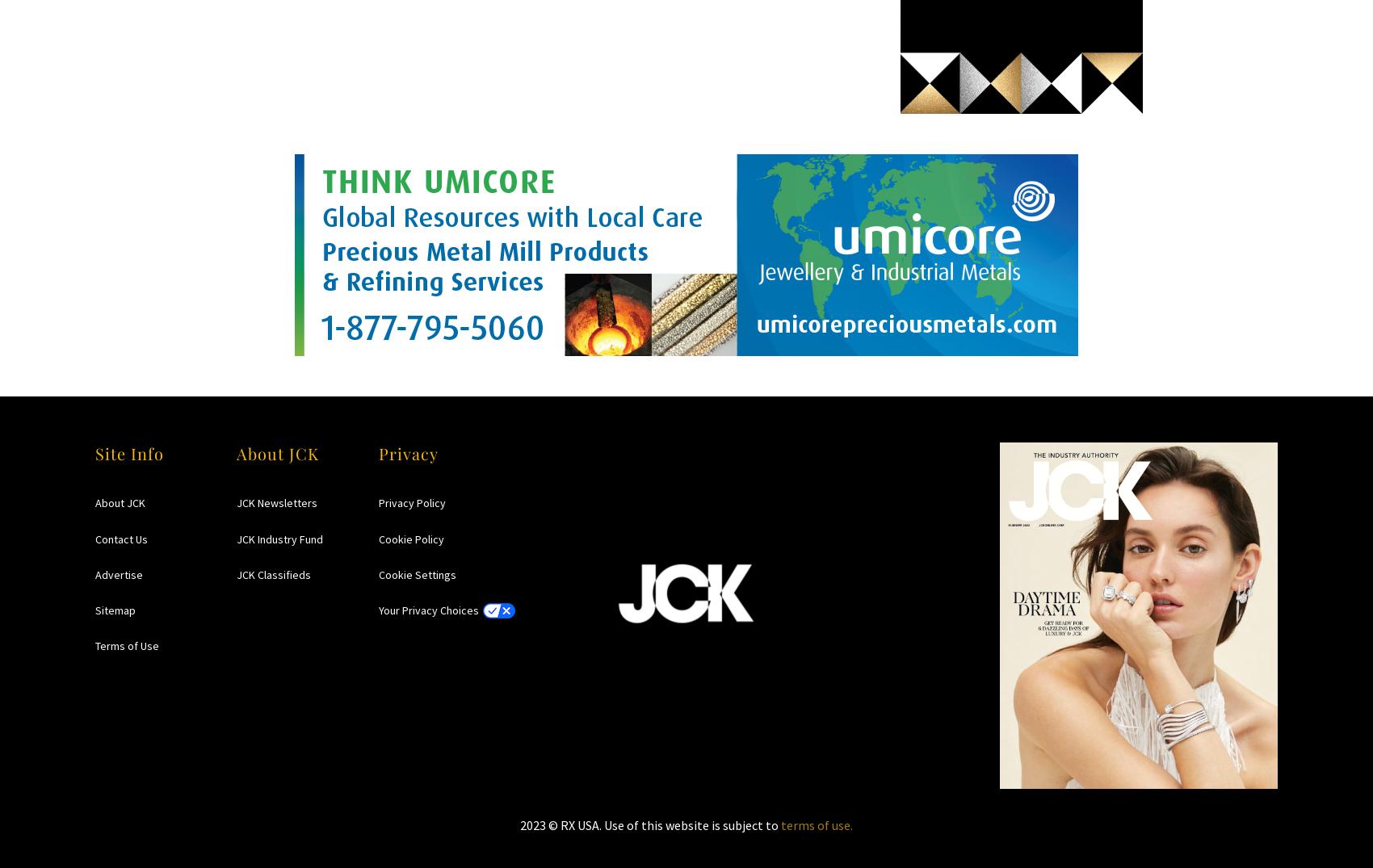 This screenshot has height=868, width=1373. Describe the element at coordinates (410, 539) in the screenshot. I see `'Cookie Policy'` at that location.